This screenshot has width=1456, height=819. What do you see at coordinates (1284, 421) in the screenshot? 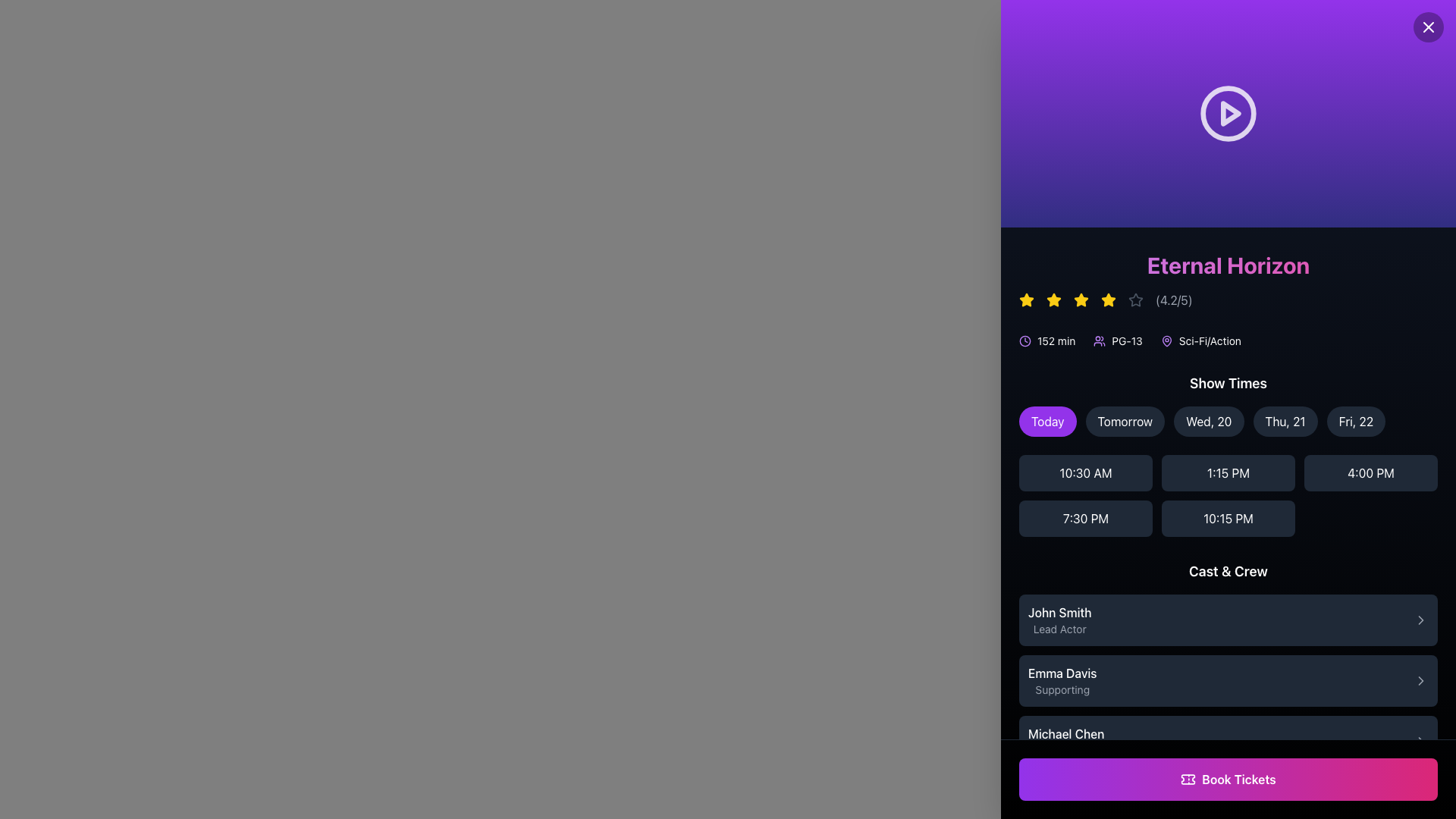
I see `the date selection button labeled 'Thursday, 21st' to filter or display the showtimes for that date` at bounding box center [1284, 421].